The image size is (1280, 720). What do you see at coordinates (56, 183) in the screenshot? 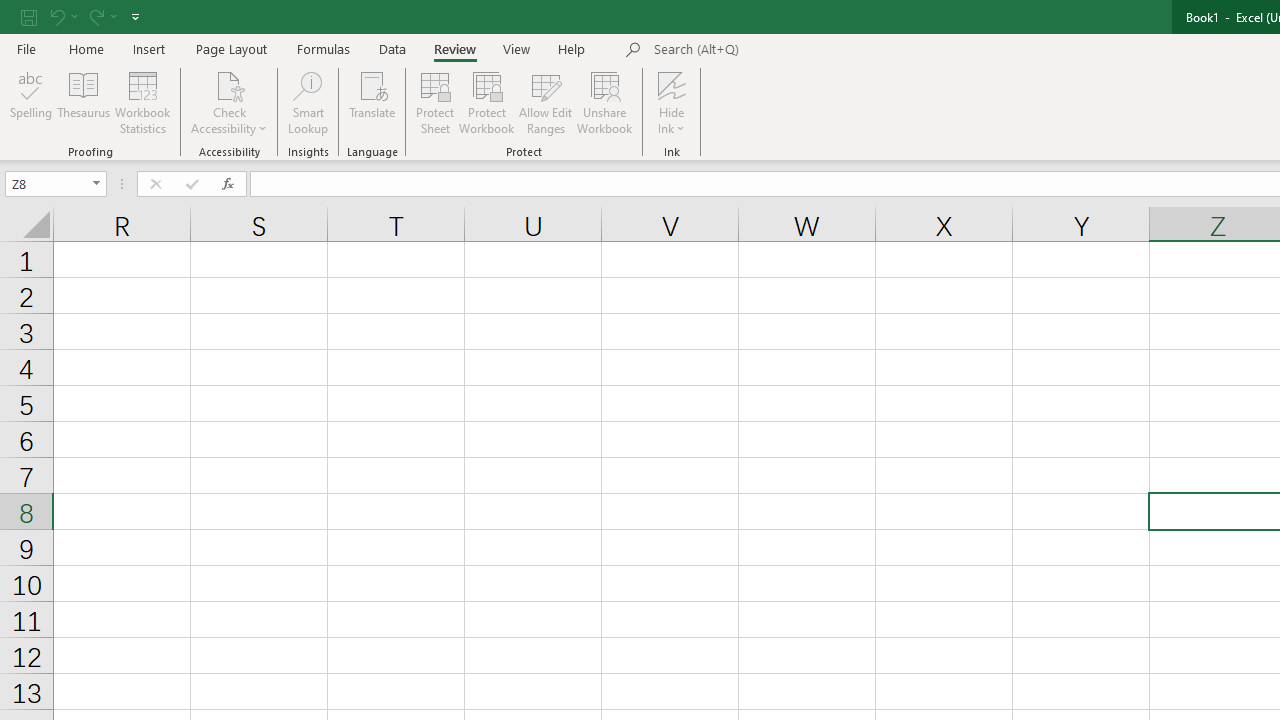
I see `'Name Box'` at bounding box center [56, 183].